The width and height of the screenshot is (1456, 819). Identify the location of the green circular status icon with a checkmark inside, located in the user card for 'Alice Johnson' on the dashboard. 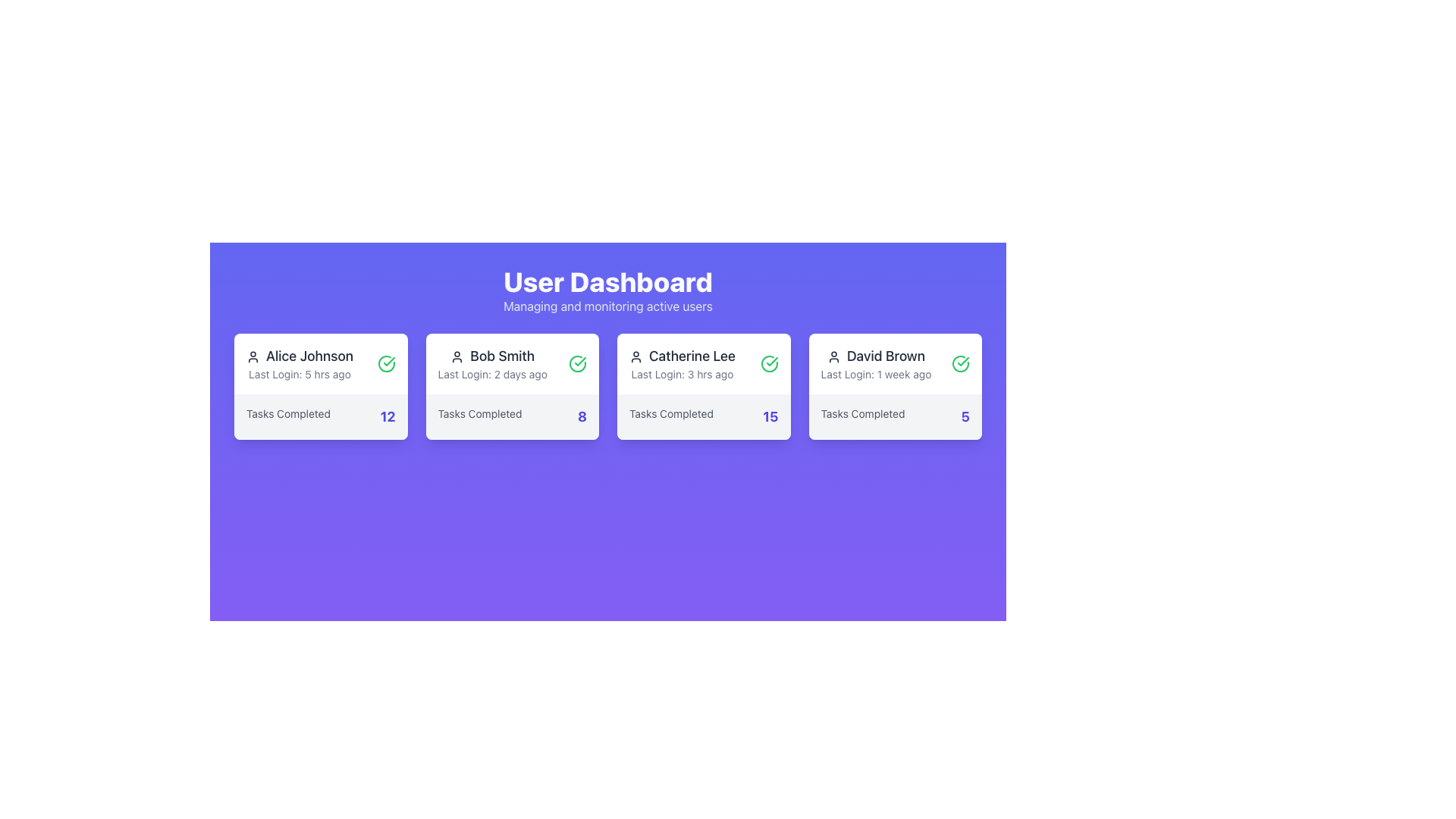
(386, 363).